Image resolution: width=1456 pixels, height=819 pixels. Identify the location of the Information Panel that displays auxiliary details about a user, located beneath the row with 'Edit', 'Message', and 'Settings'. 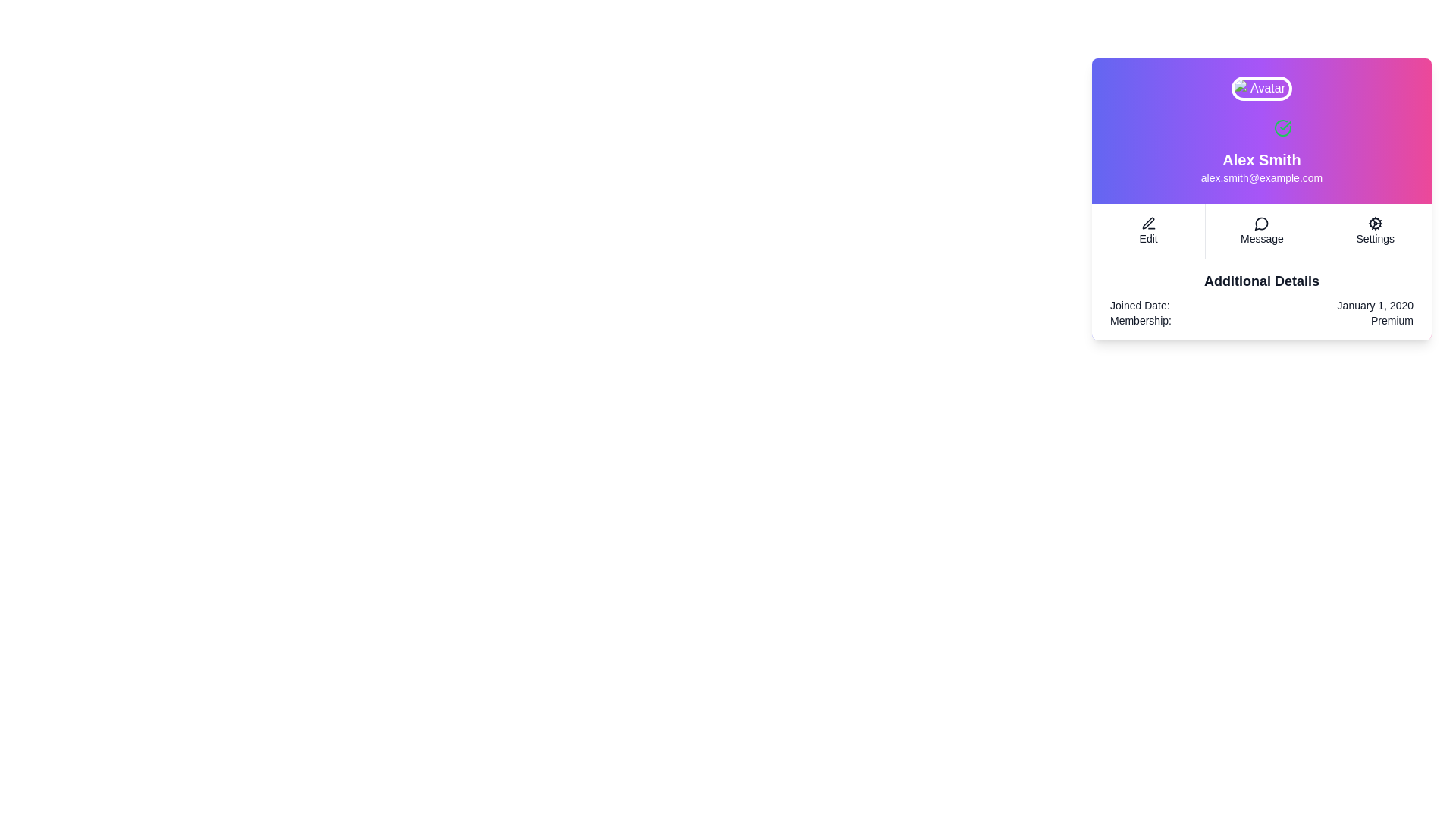
(1262, 299).